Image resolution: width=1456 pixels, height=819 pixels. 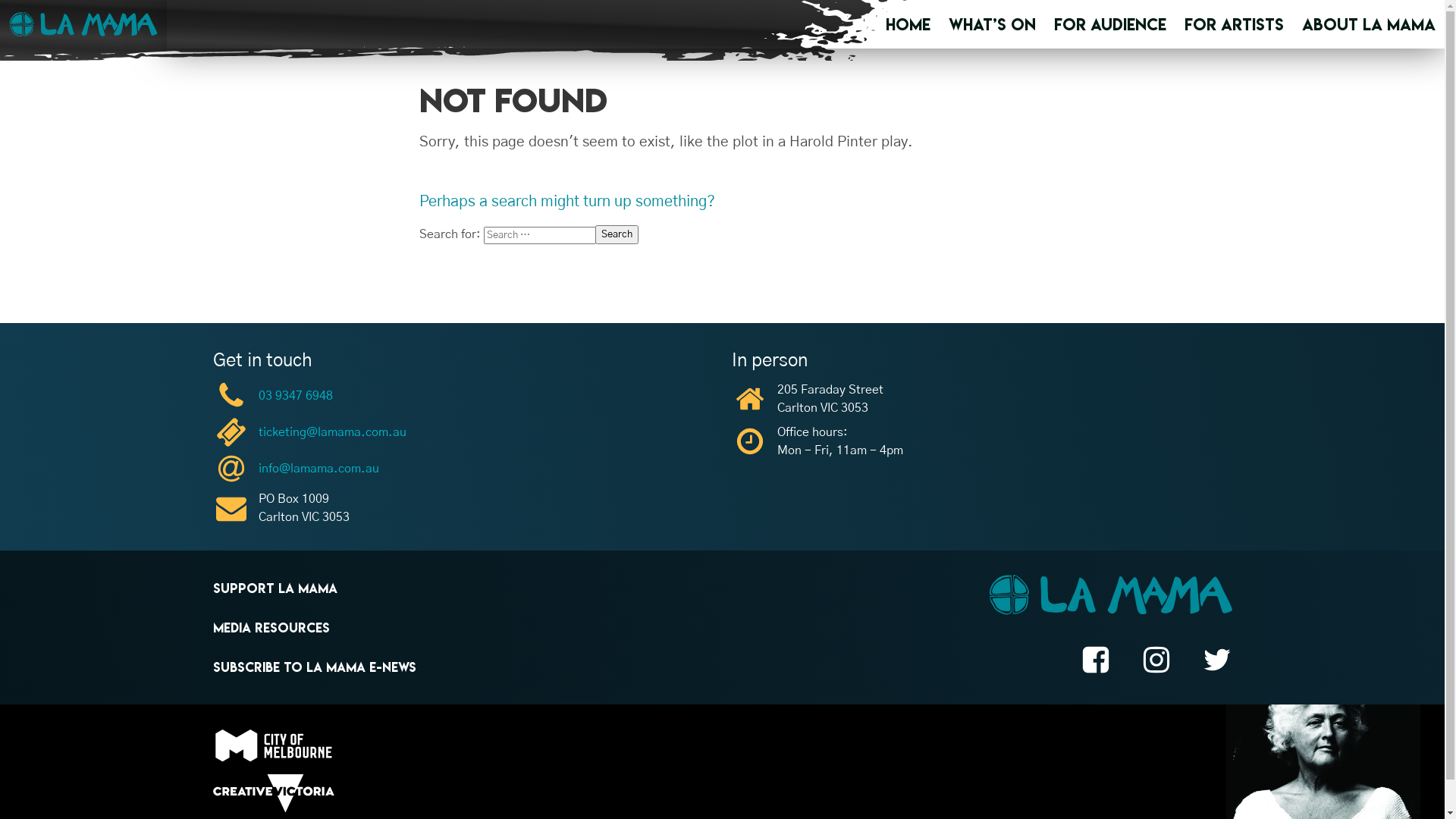 What do you see at coordinates (1154, 661) in the screenshot?
I see `'La Mama on Instagram'` at bounding box center [1154, 661].